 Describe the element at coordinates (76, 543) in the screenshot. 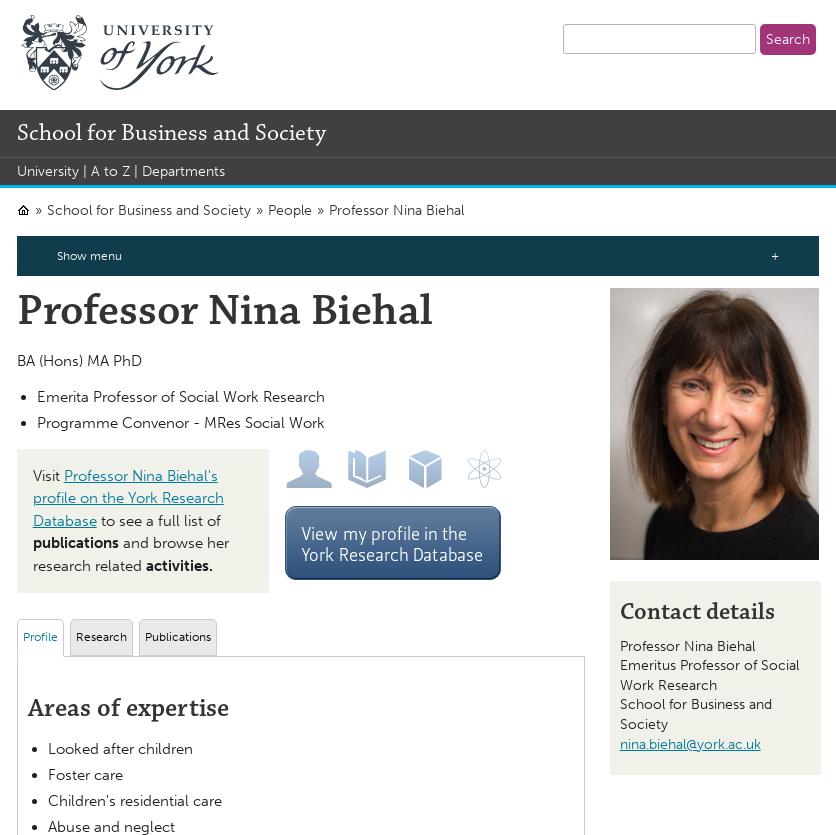

I see `'publications'` at that location.